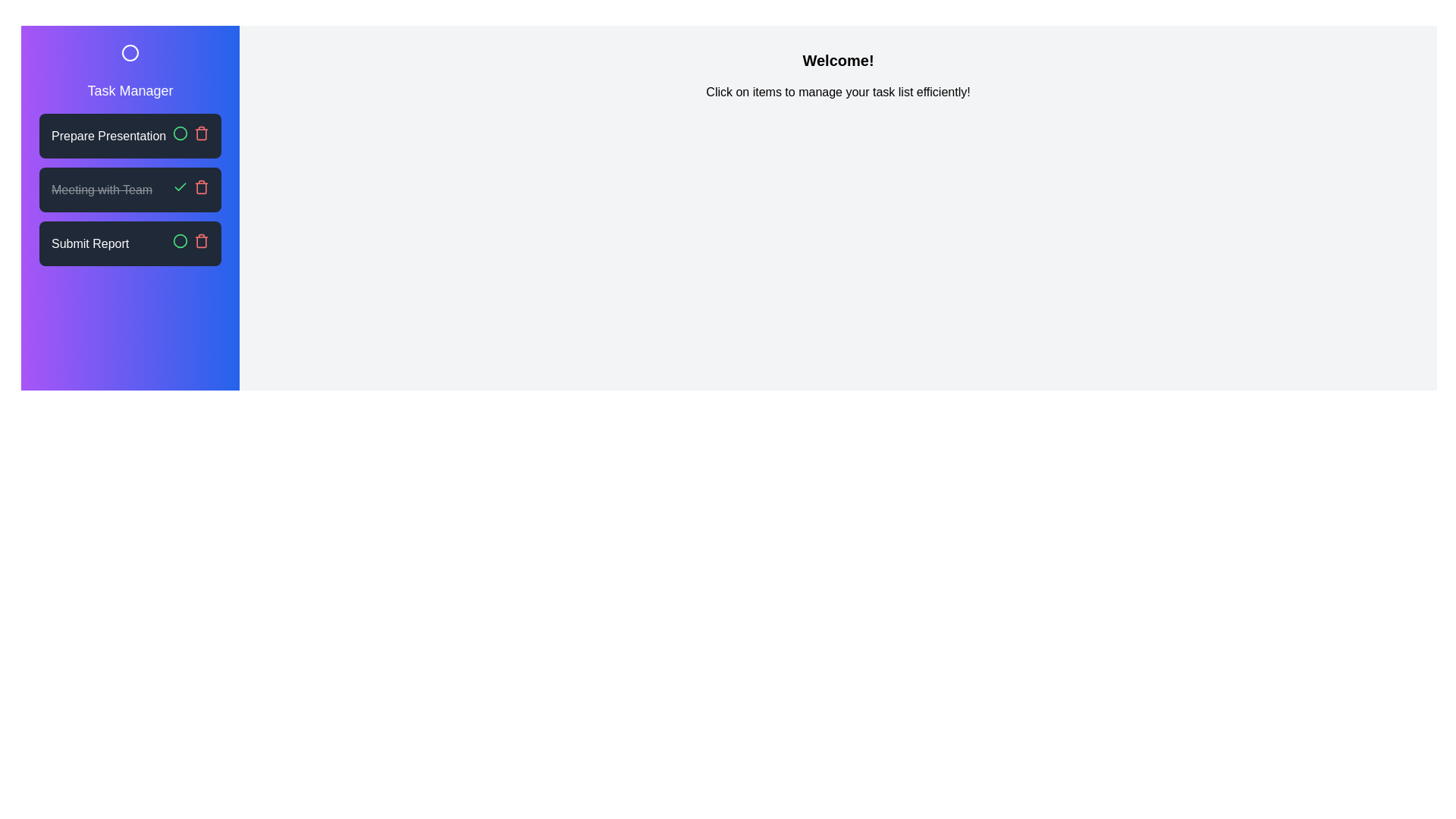  What do you see at coordinates (200, 186) in the screenshot?
I see `the delete button for the task Meeting with Team` at bounding box center [200, 186].